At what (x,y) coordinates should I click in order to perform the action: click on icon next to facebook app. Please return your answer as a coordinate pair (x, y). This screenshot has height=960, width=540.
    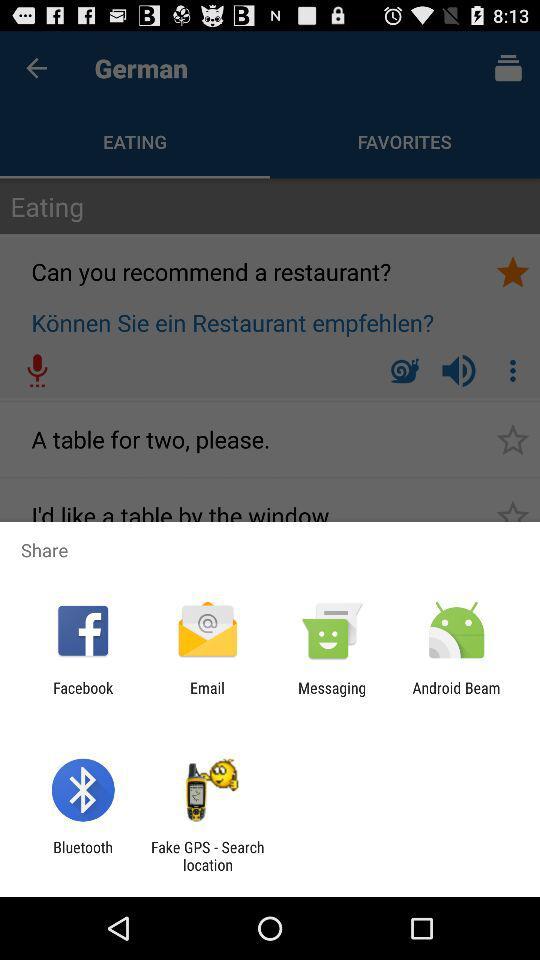
    Looking at the image, I should click on (206, 696).